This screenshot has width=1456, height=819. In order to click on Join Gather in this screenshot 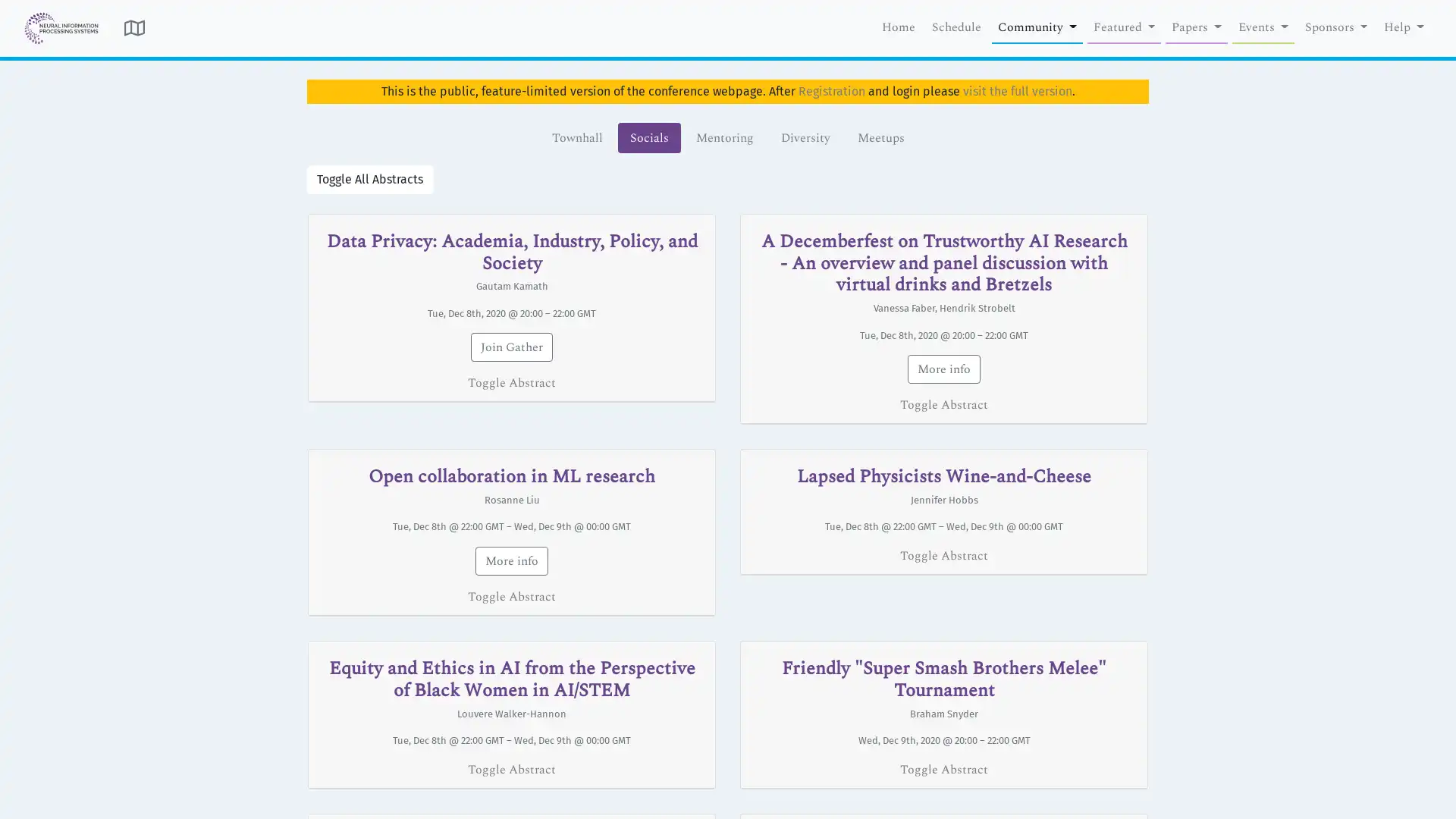, I will do `click(512, 347)`.